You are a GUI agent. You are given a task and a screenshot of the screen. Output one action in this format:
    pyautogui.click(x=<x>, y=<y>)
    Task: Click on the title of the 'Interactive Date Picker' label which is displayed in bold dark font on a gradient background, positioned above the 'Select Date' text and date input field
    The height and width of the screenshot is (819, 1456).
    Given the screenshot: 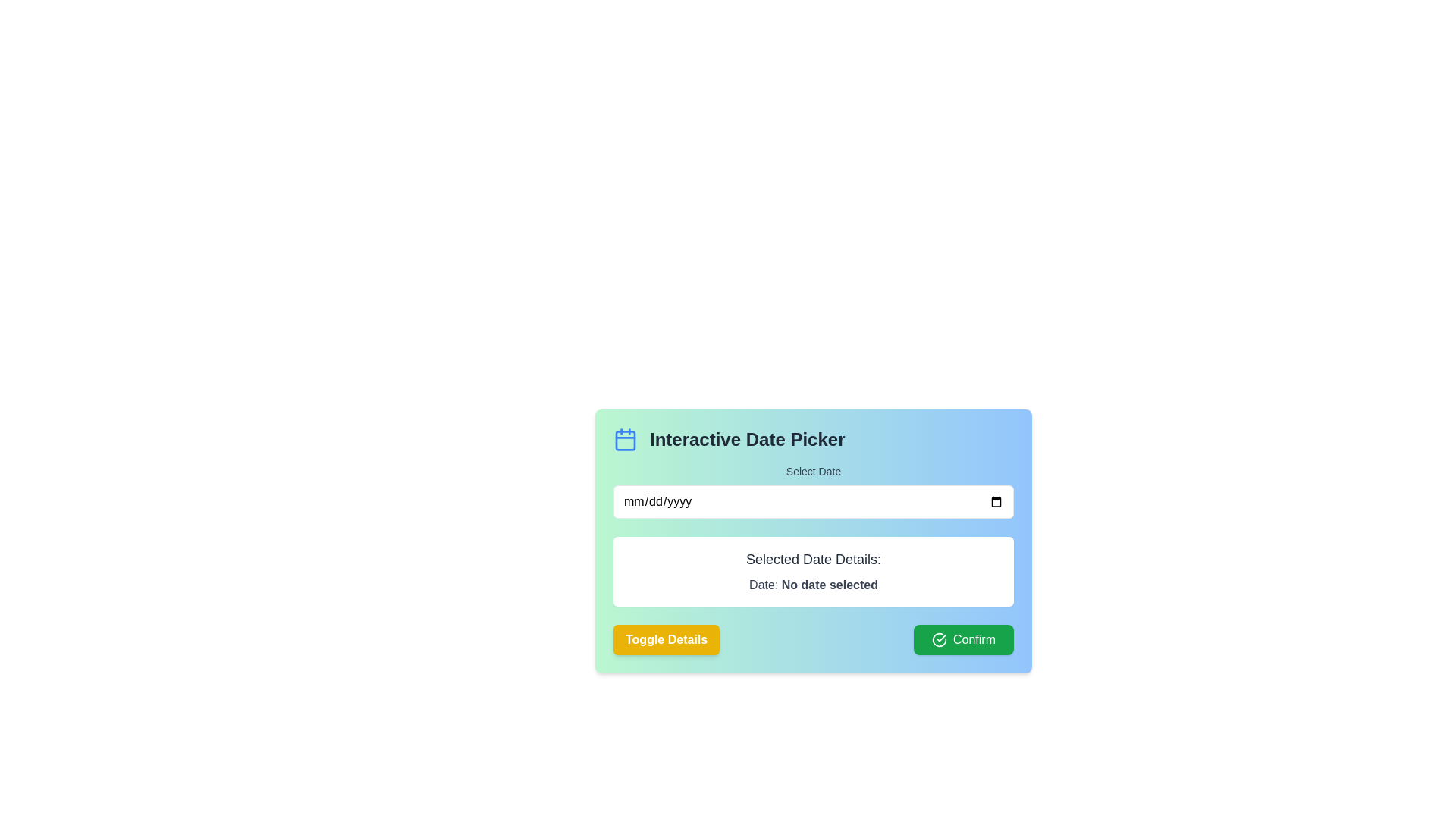 What is the action you would take?
    pyautogui.click(x=813, y=439)
    